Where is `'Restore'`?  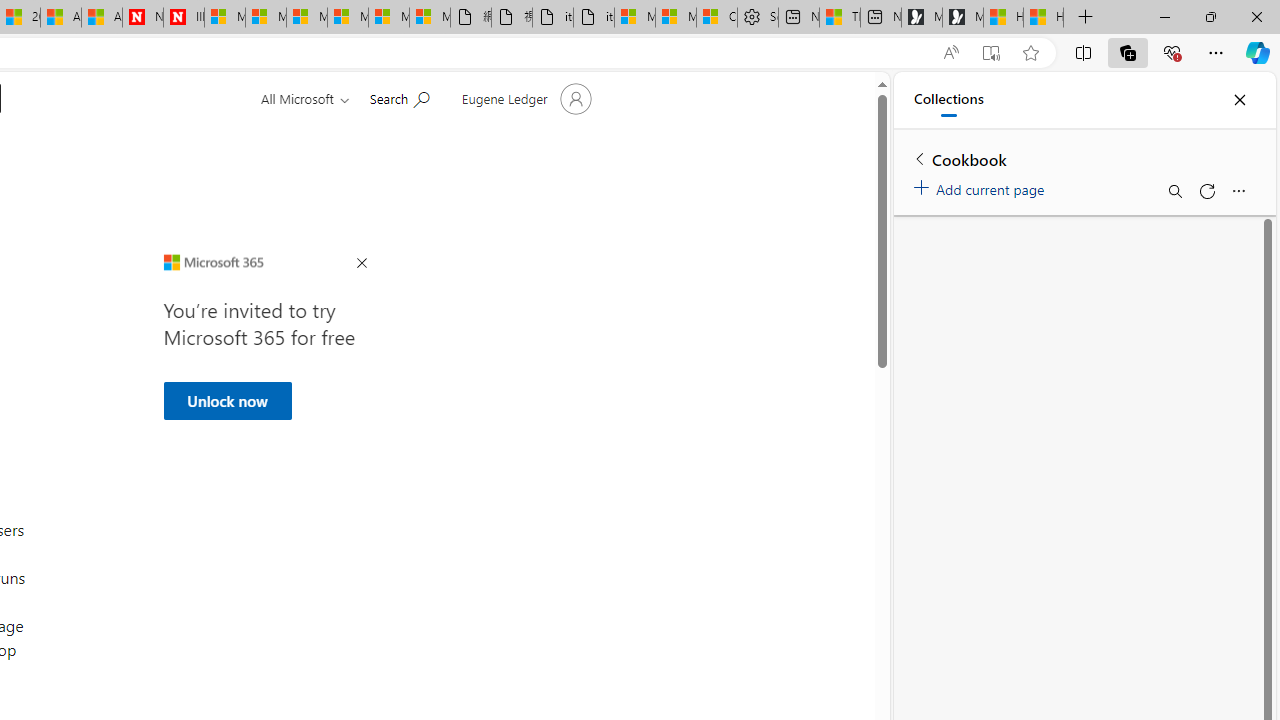 'Restore' is located at coordinates (1209, 16).